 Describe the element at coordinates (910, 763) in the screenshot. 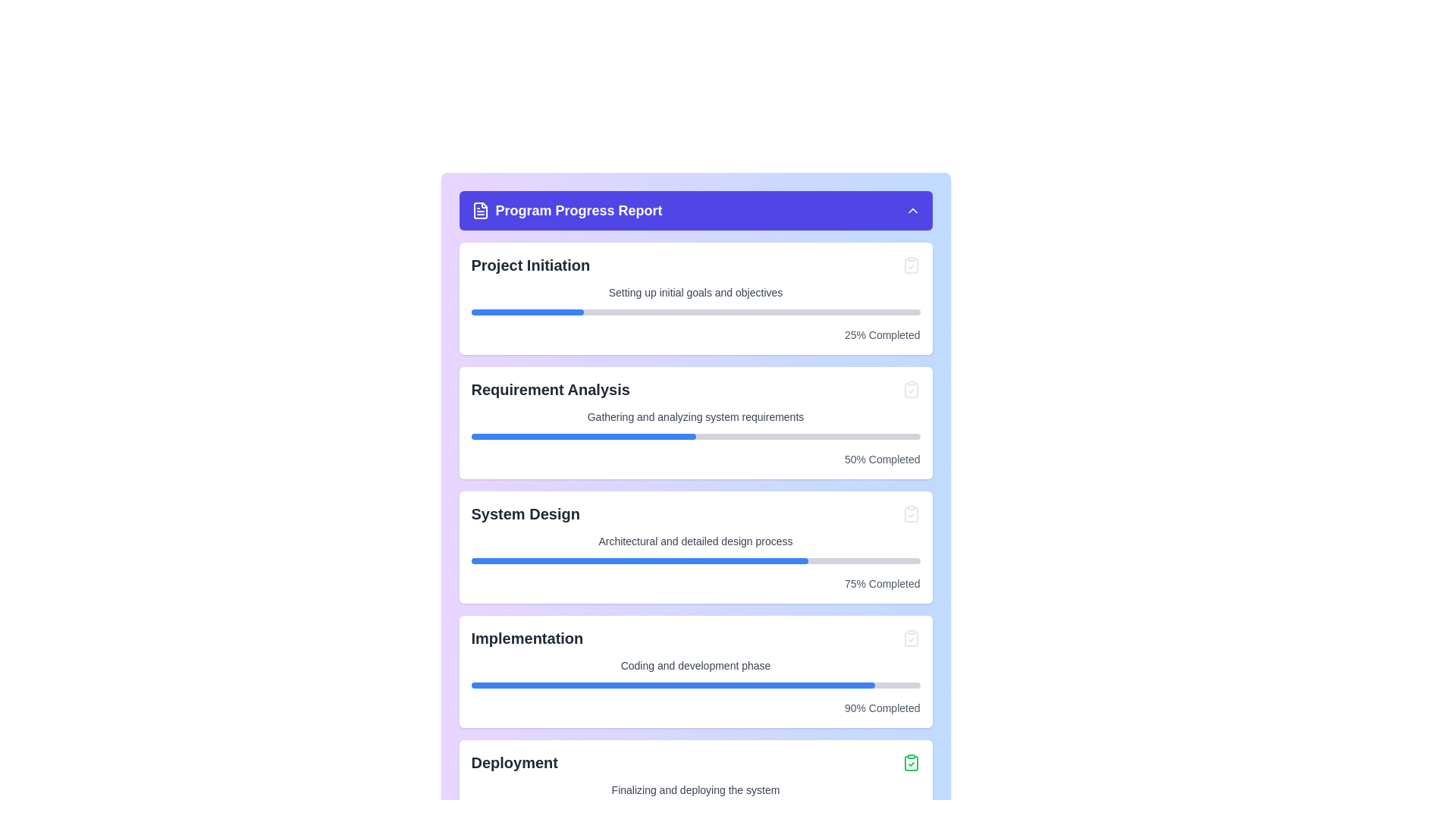

I see `the small green clipboard icon with a checkmark located at the far right of the 'Deployment' section for more details or actions` at that location.